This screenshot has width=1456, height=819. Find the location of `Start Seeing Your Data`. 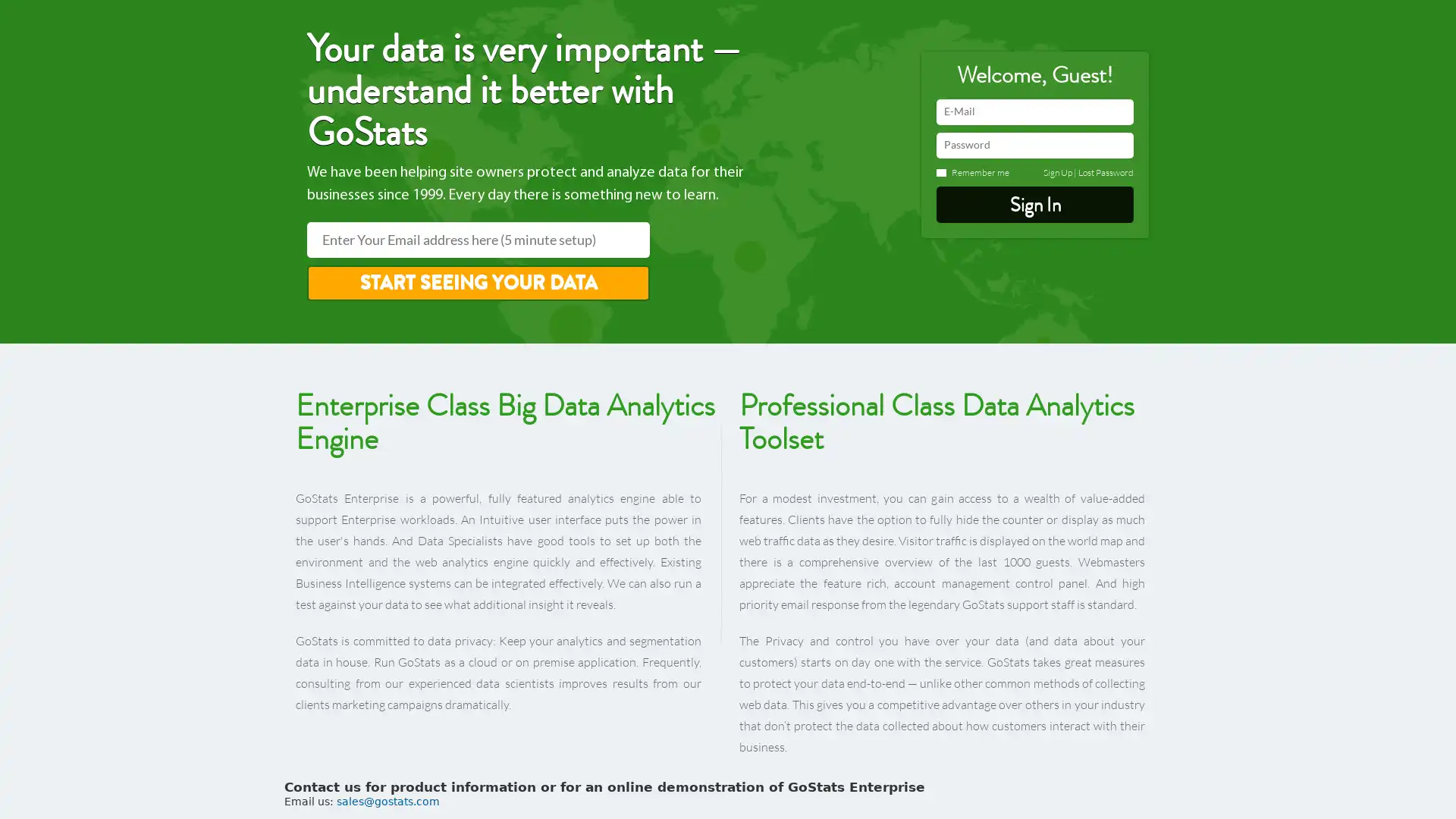

Start Seeing Your Data is located at coordinates (477, 283).